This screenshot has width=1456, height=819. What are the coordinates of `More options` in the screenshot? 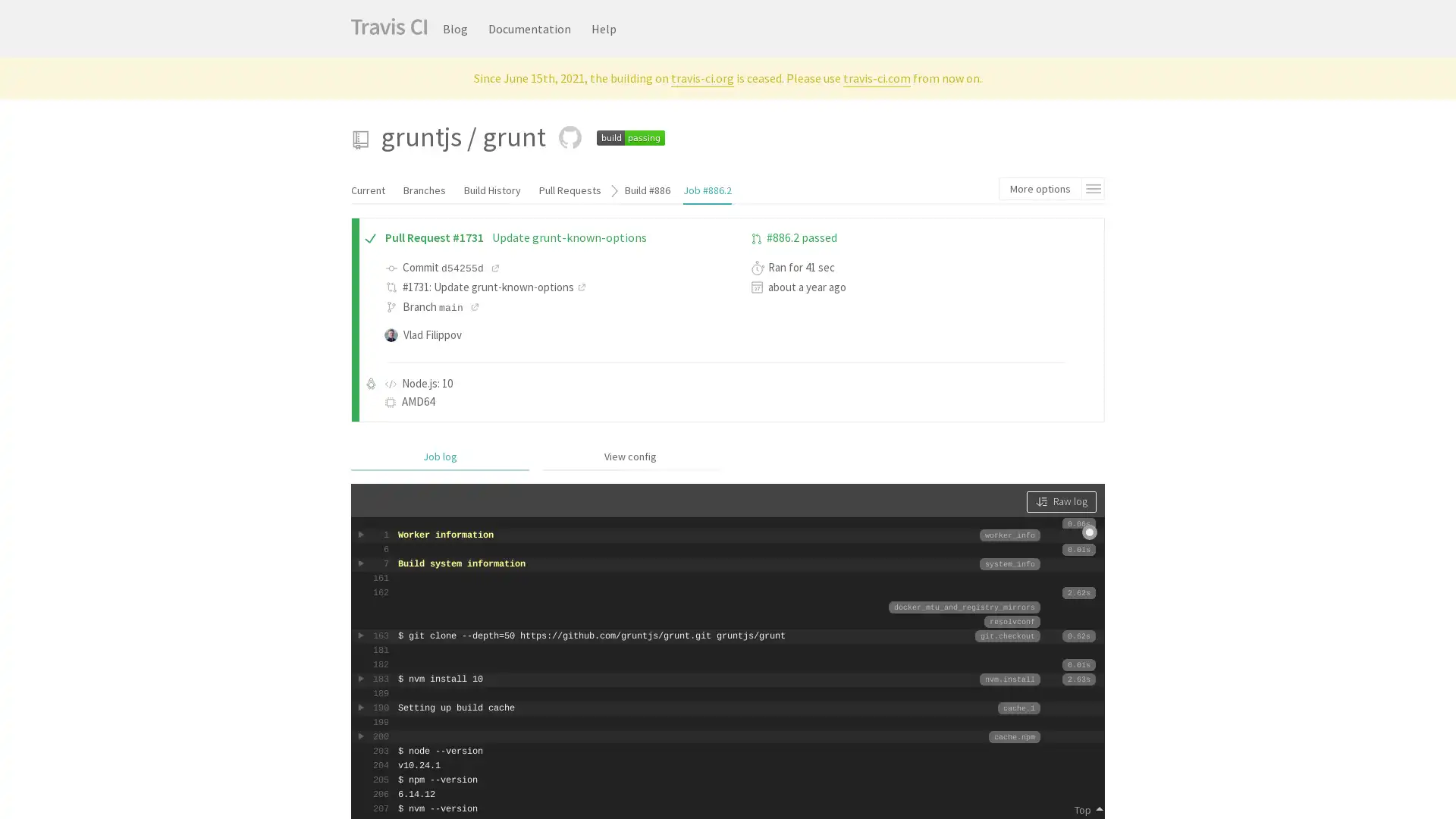 It's located at (1051, 187).